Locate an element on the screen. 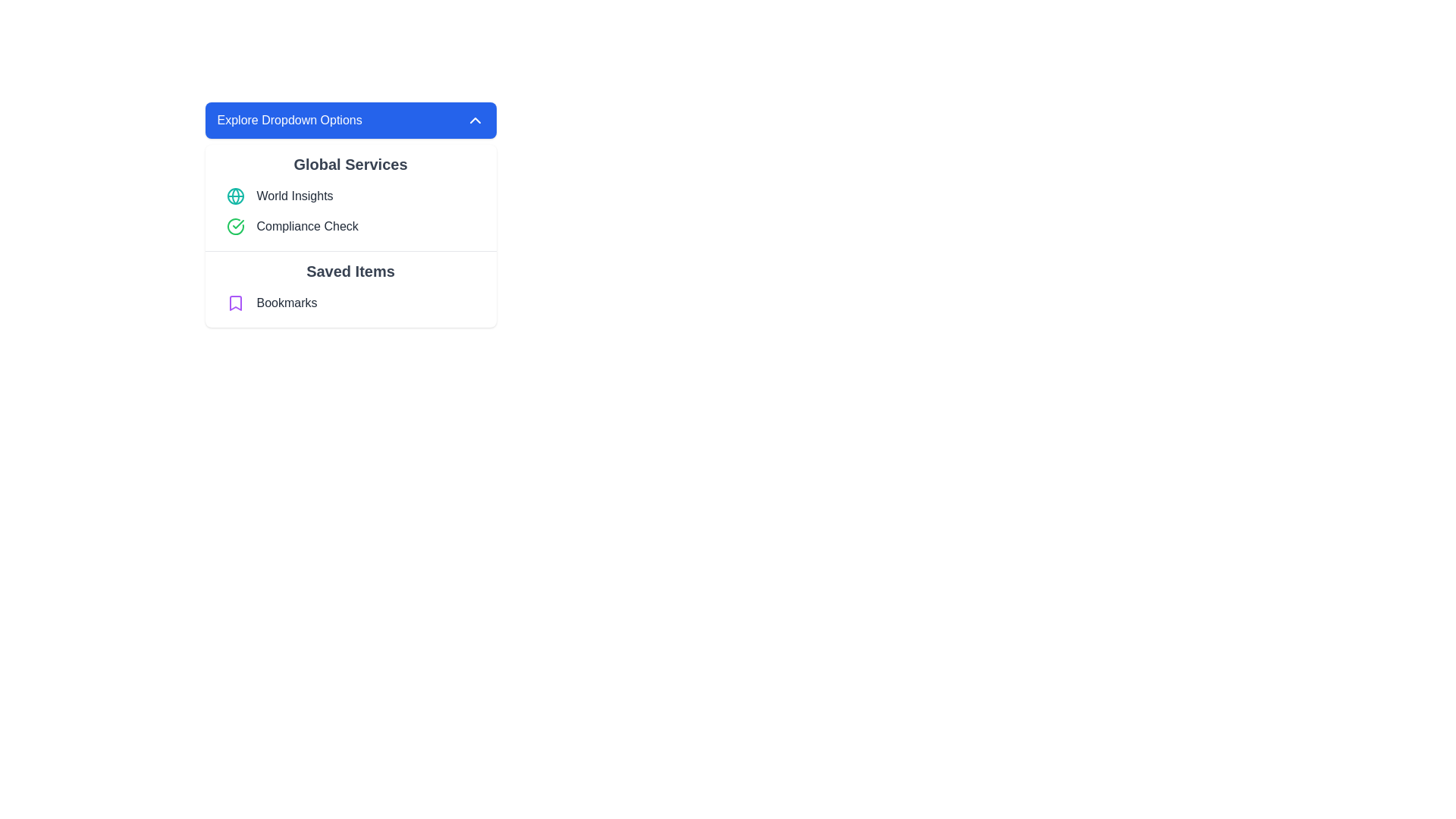 The width and height of the screenshot is (1456, 819). the 'Bookmarks' icon located in the 'Saved Items' section of the dropdown menu is located at coordinates (234, 303).